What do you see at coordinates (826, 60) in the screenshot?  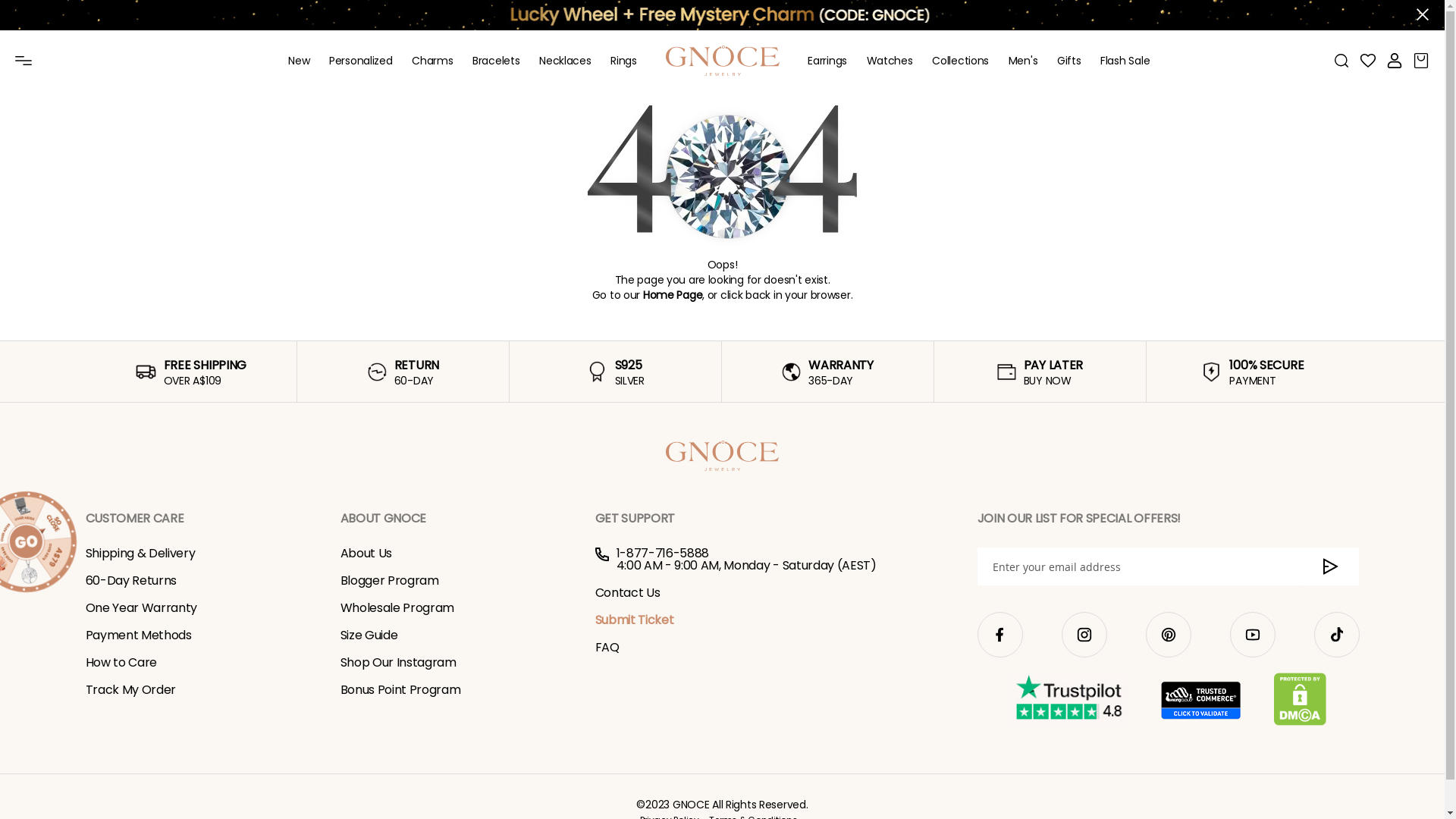 I see `'Earrings'` at bounding box center [826, 60].